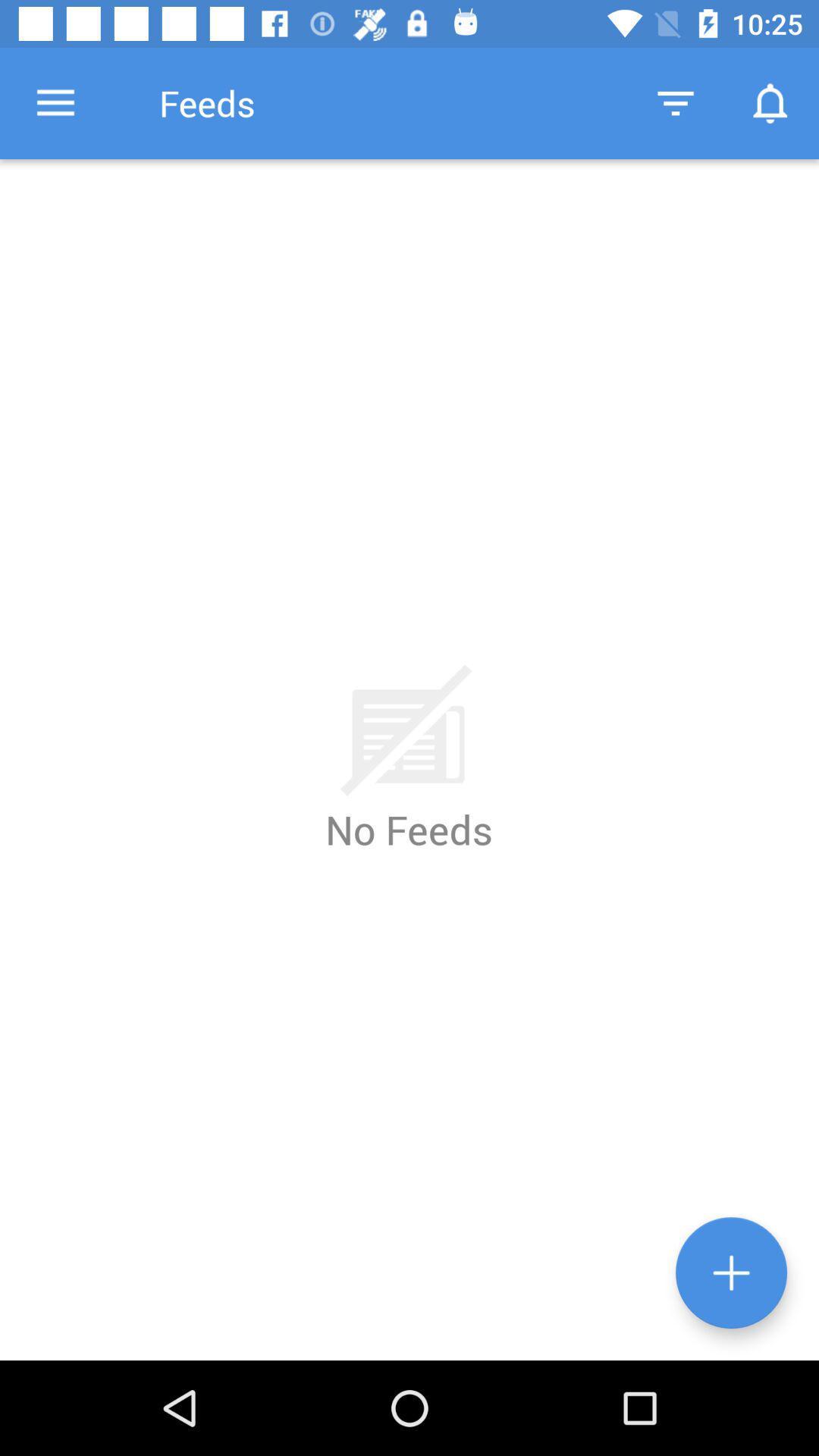 The height and width of the screenshot is (1456, 819). I want to click on the icon at the bottom right corner, so click(730, 1272).